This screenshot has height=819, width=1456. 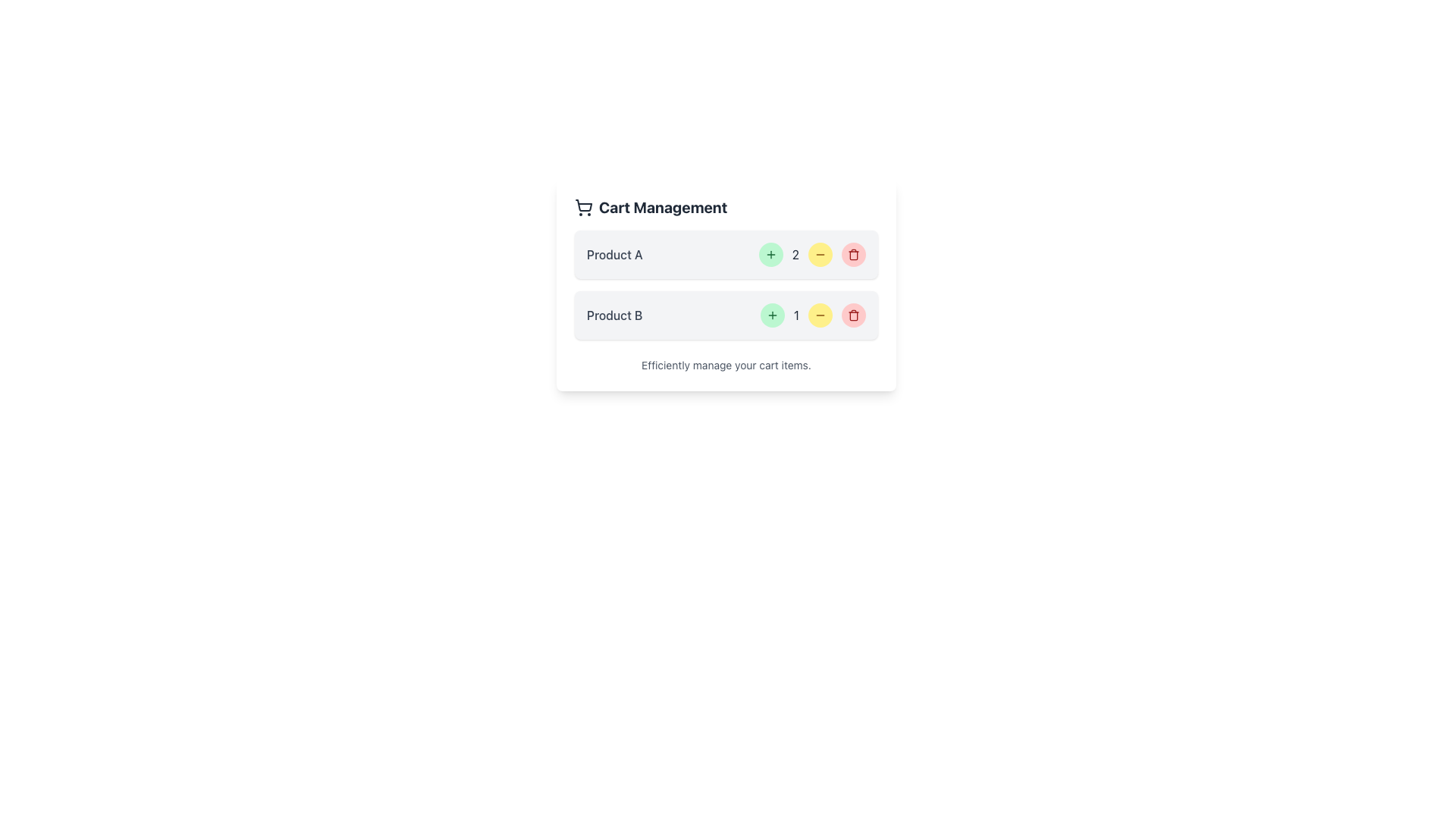 I want to click on heading label located at the top left corner of the card section that provides context for managing items in the shopping cart, so click(x=726, y=207).